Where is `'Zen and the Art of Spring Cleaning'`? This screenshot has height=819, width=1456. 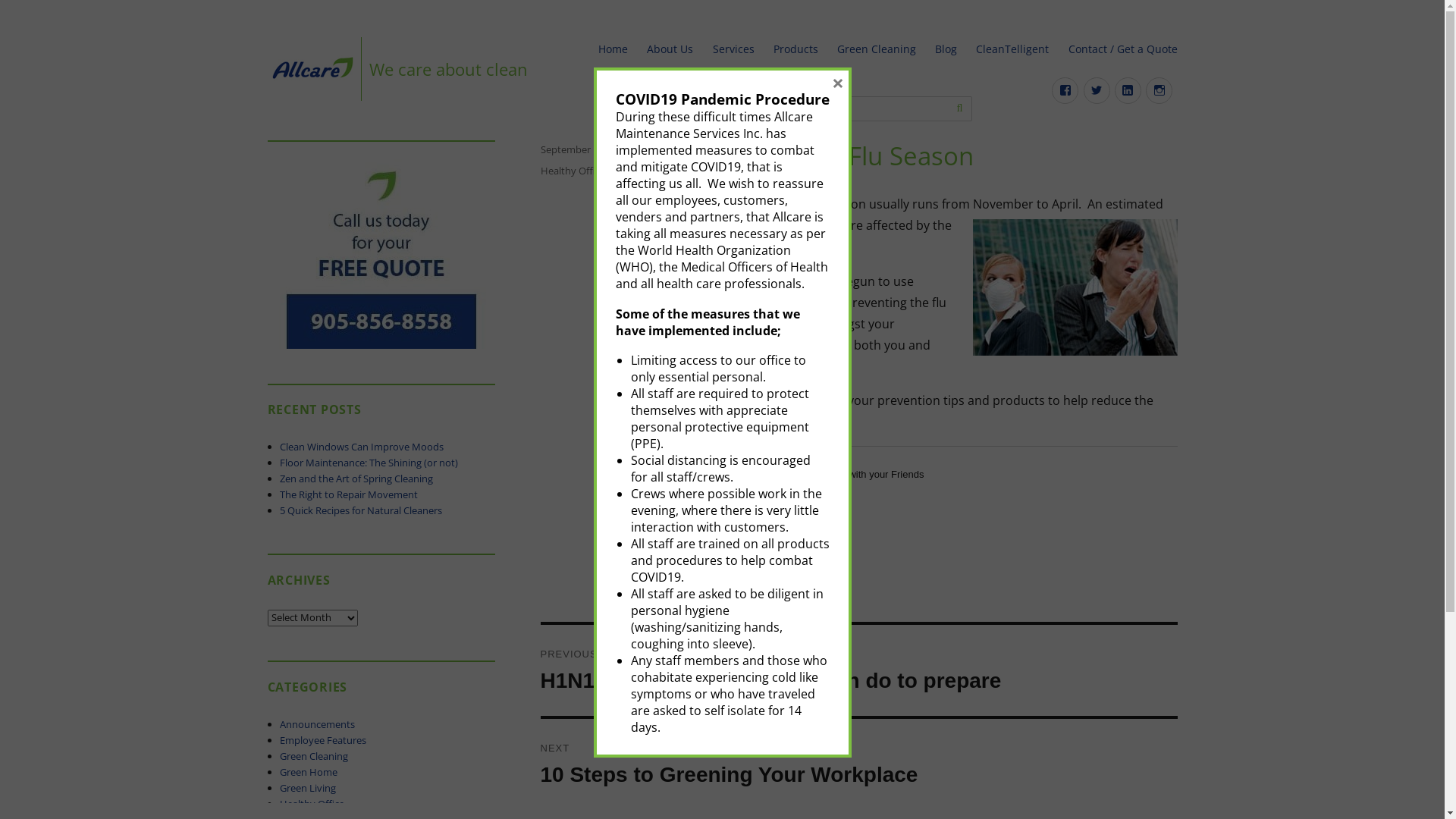
'Zen and the Art of Spring Cleaning' is located at coordinates (356, 479).